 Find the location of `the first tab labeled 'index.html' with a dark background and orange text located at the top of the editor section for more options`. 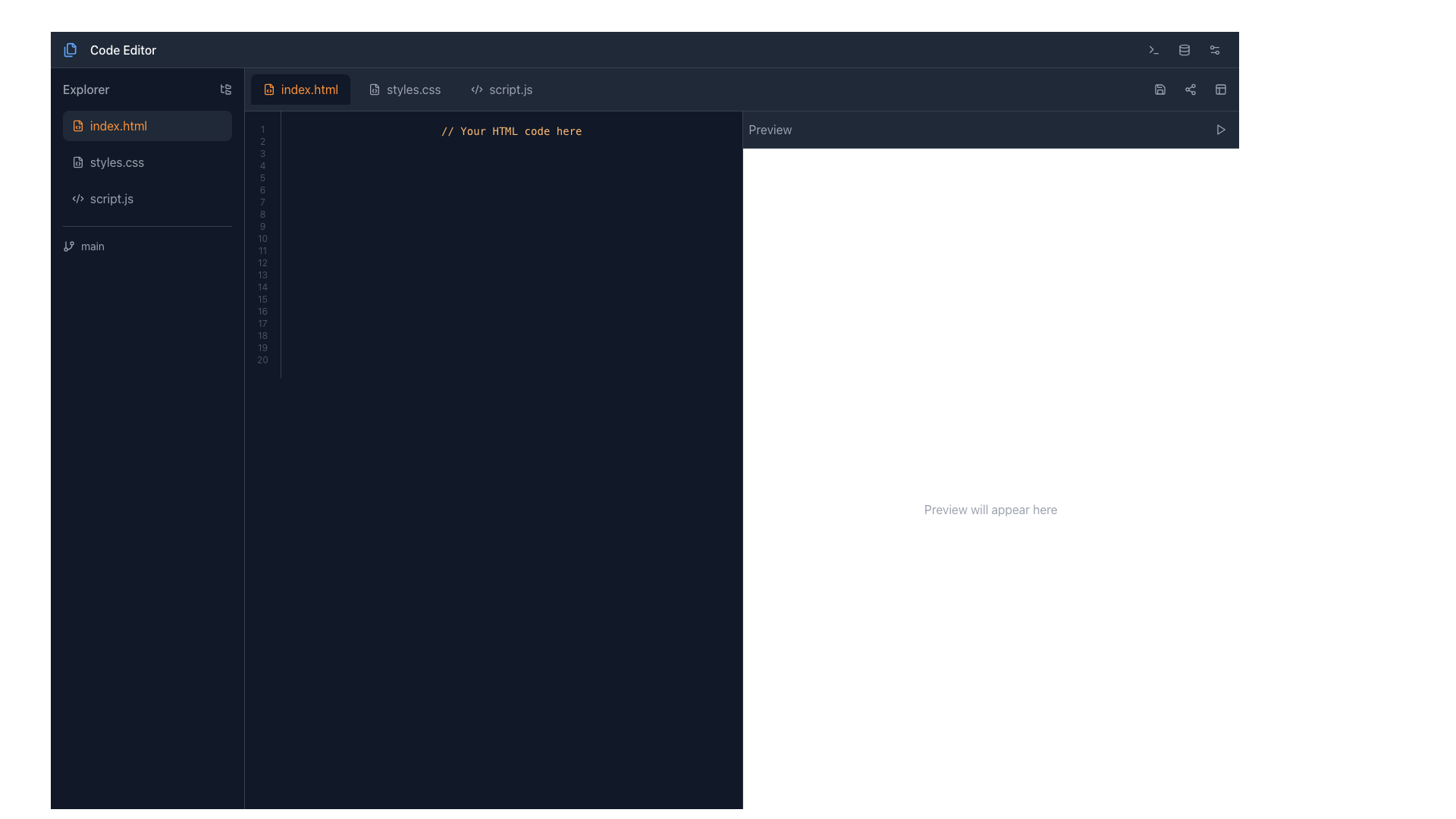

the first tab labeled 'index.html' with a dark background and orange text located at the top of the editor section for more options is located at coordinates (300, 89).